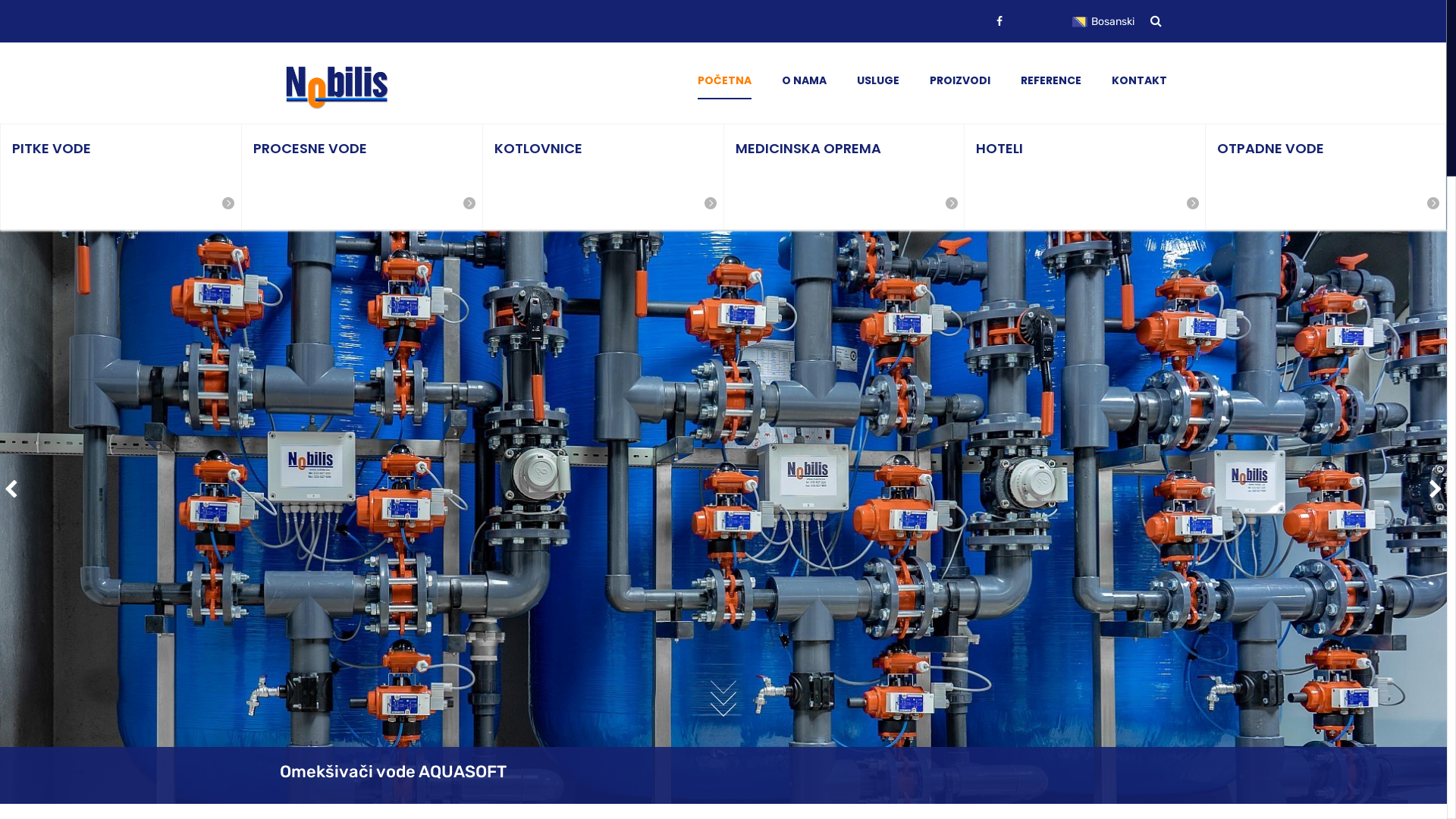 This screenshot has width=1456, height=819. Describe the element at coordinates (1139, 80) in the screenshot. I see `'KONTAKT'` at that location.